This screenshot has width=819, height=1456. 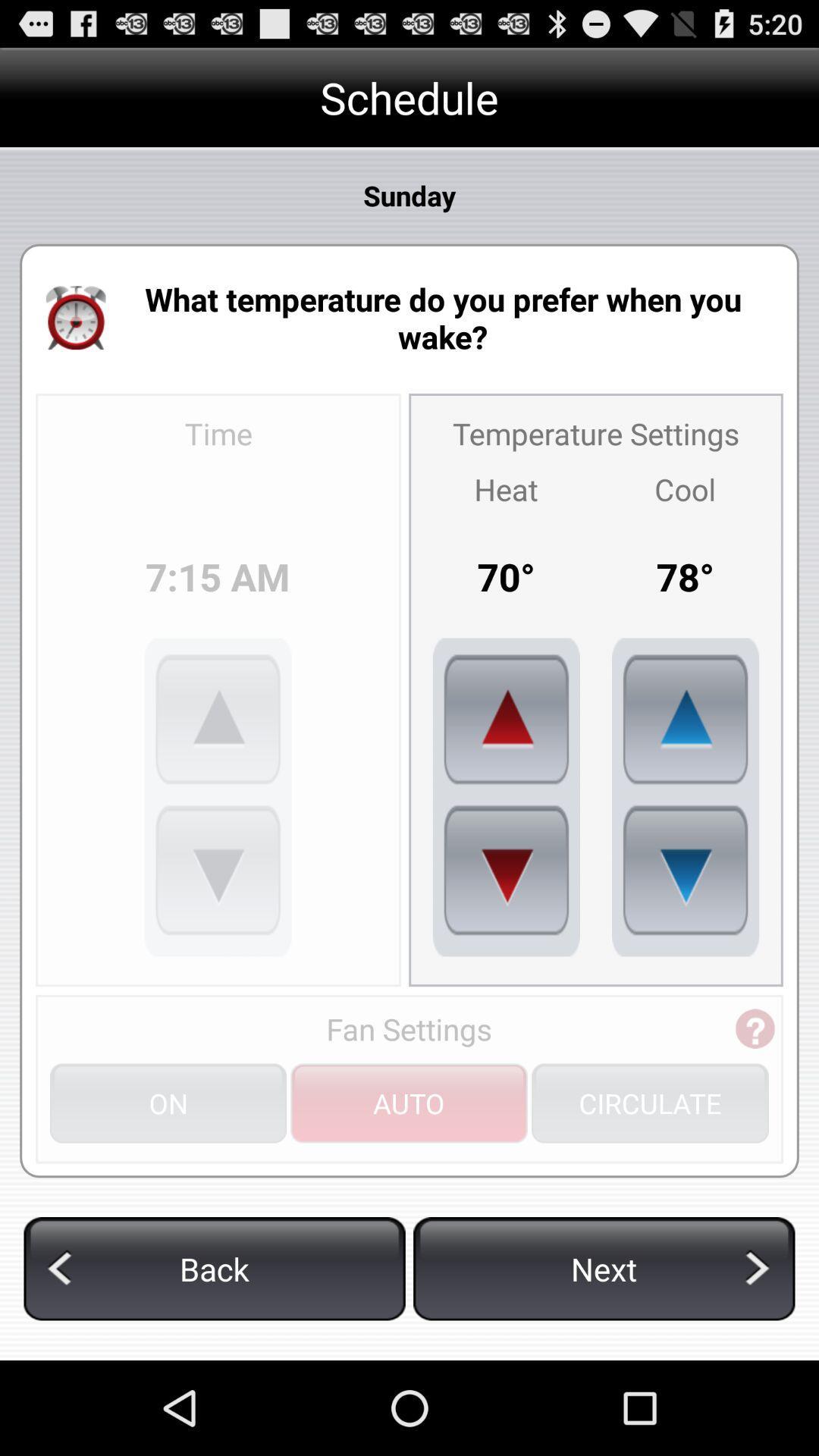 What do you see at coordinates (755, 1101) in the screenshot?
I see `the help icon` at bounding box center [755, 1101].